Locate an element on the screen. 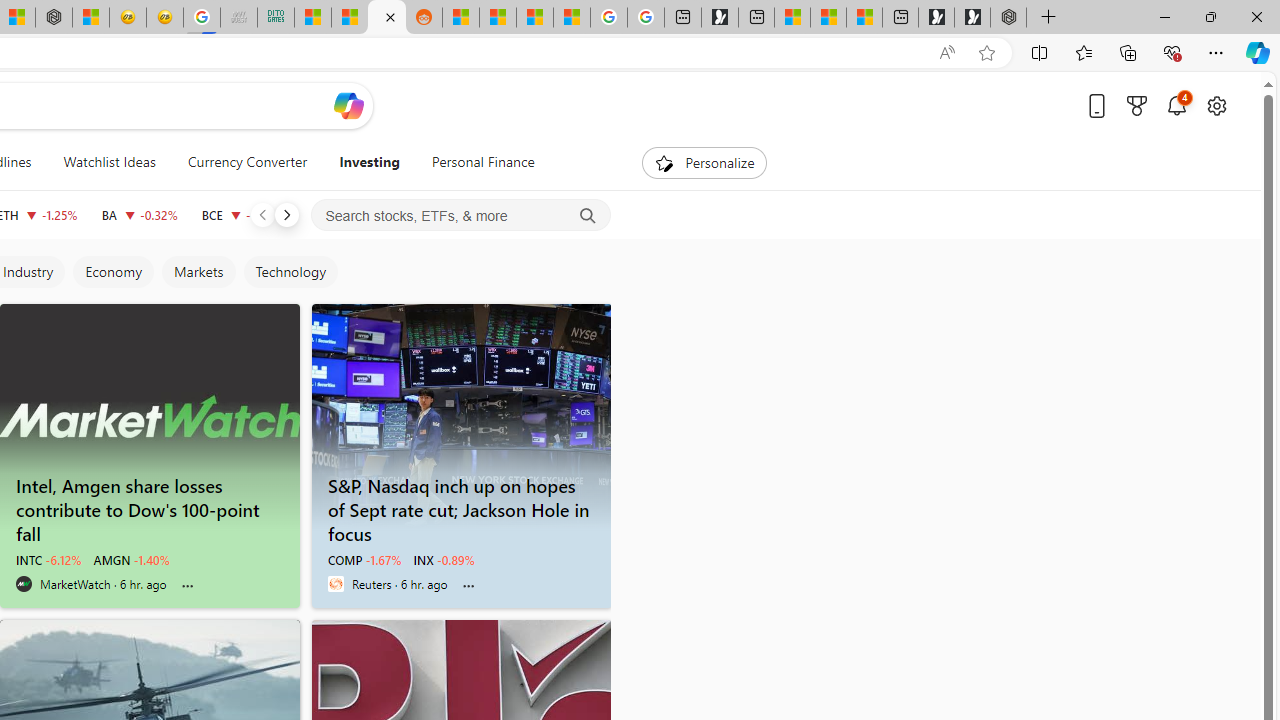 The height and width of the screenshot is (720, 1280). 'Reuters' is located at coordinates (335, 583).